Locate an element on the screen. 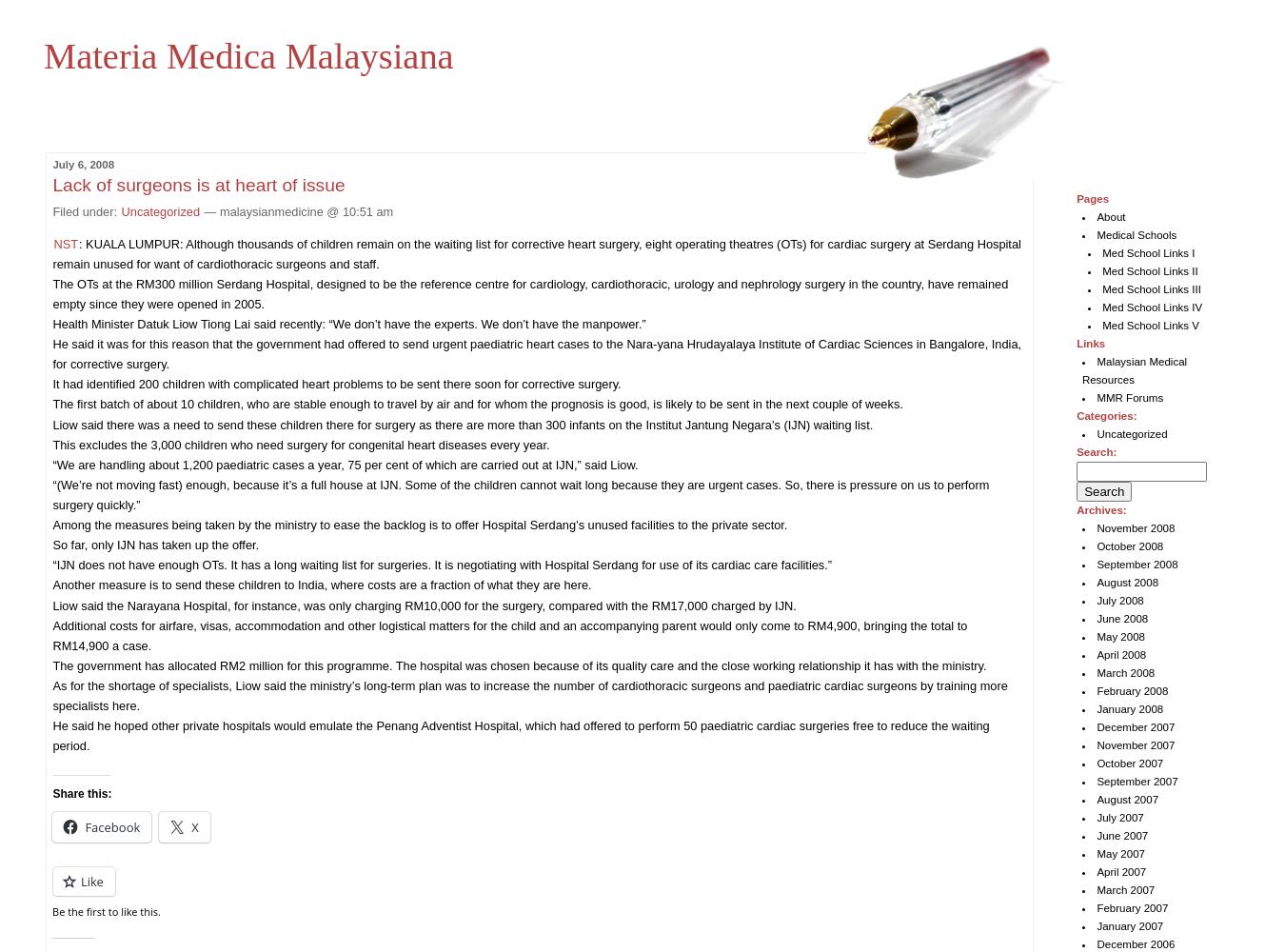 The image size is (1285, 952). 'Med School Links I' is located at coordinates (1101, 253).